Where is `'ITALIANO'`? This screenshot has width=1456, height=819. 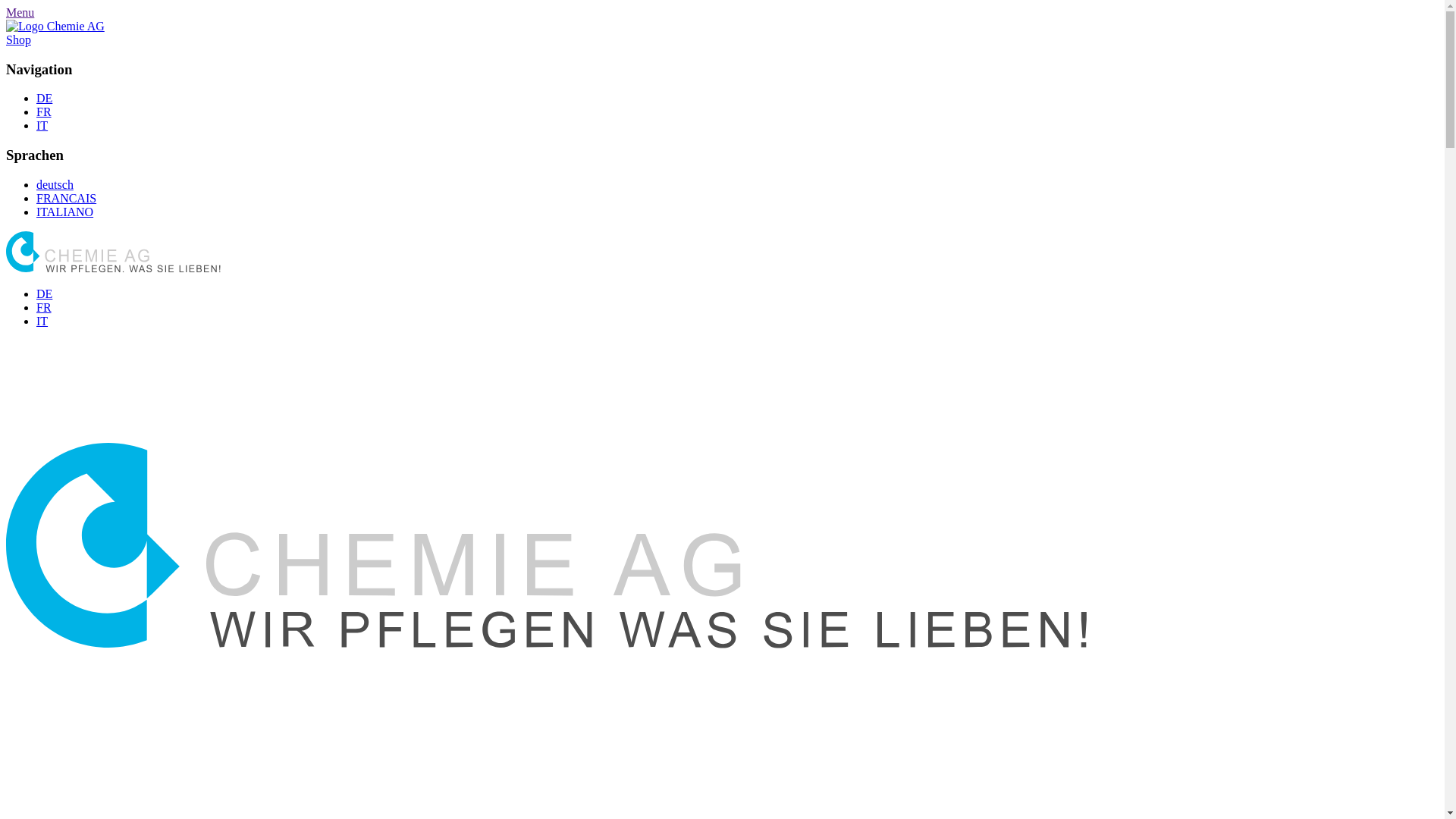
'ITALIANO' is located at coordinates (64, 212).